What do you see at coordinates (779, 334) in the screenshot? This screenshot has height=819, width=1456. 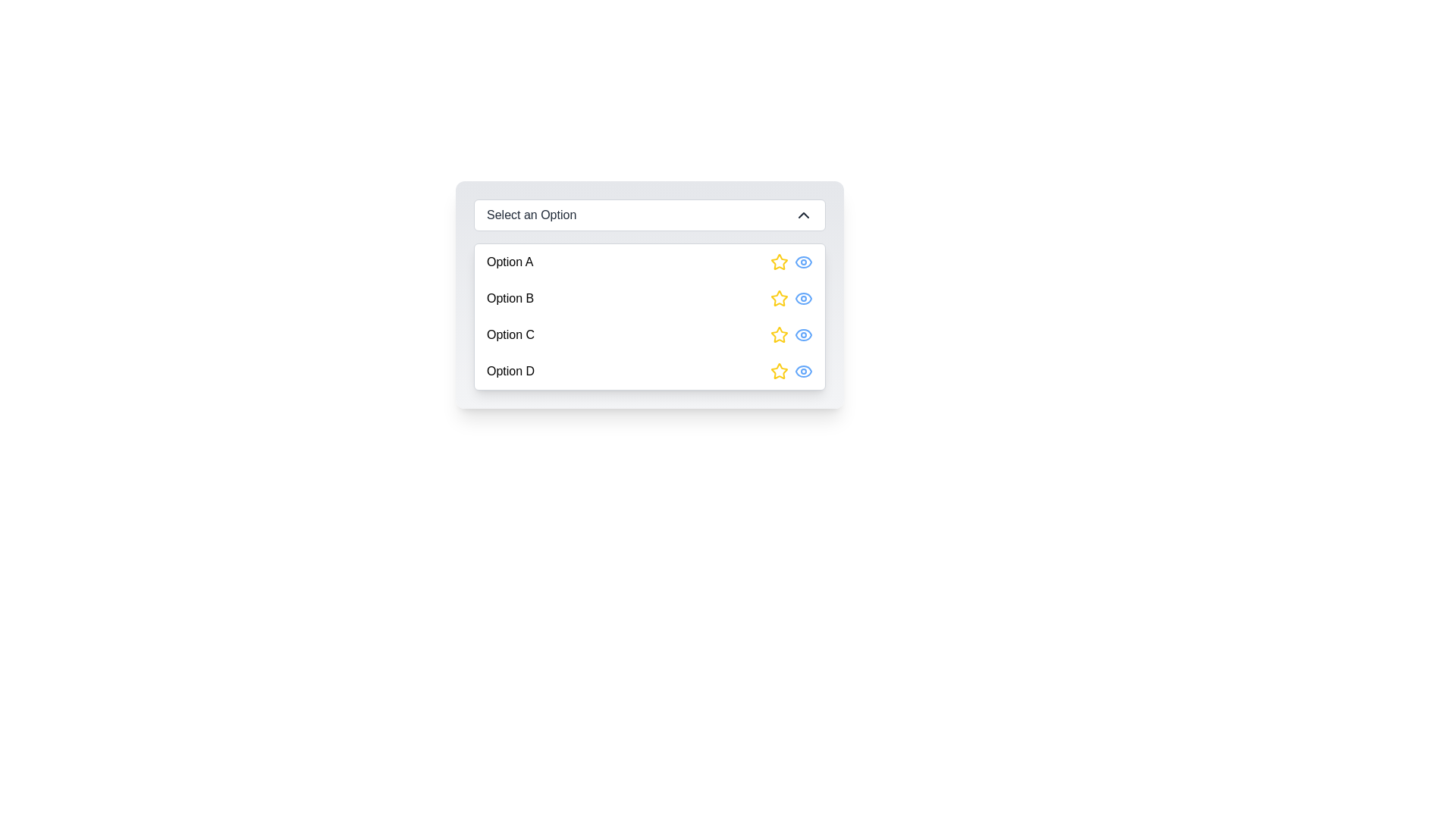 I see `the favorite icon button located to the right of the text in the 'Option C' row of the dropdown menu` at bounding box center [779, 334].